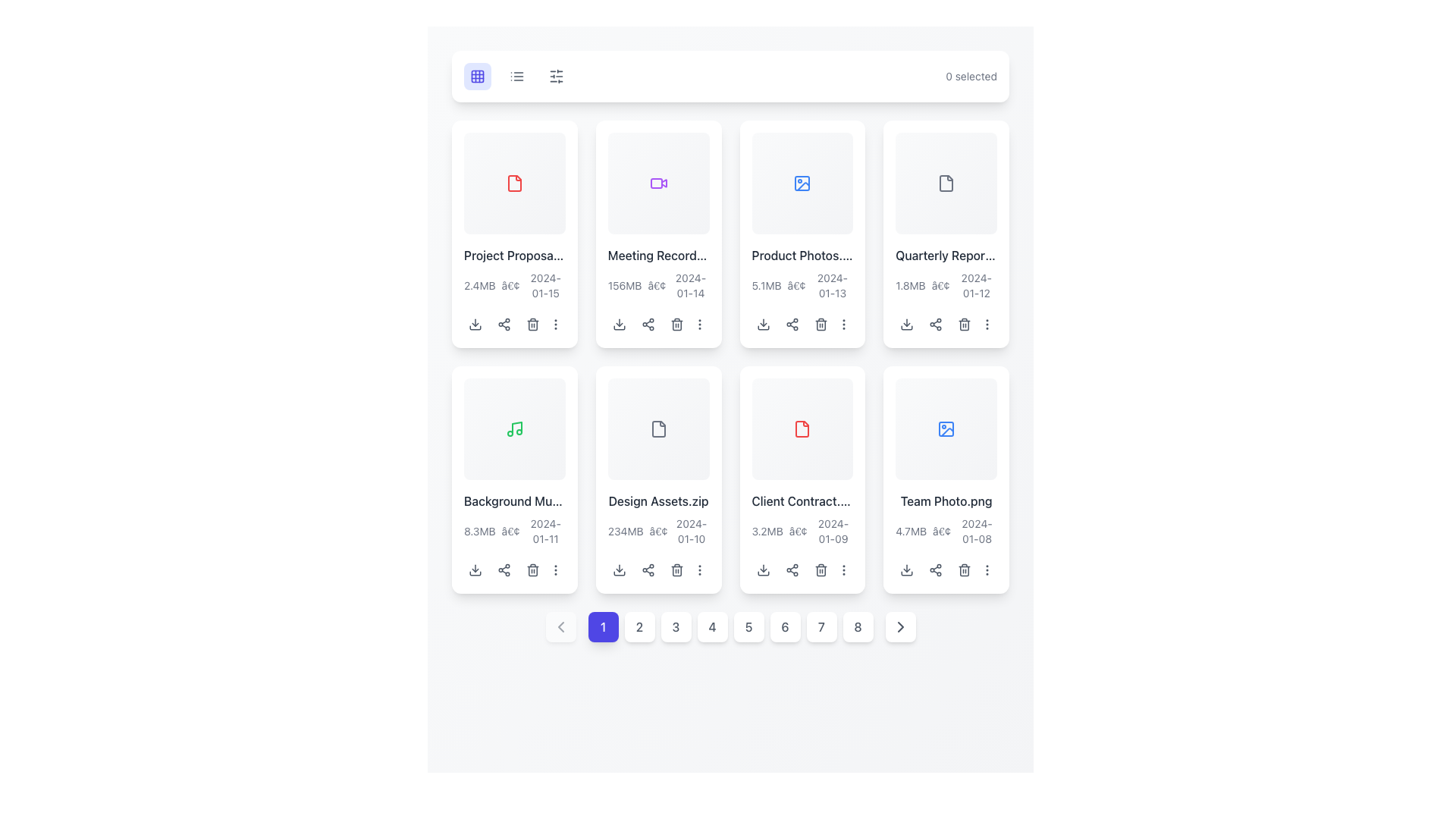  What do you see at coordinates (935, 570) in the screenshot?
I see `the small circular button with a share icon located between the download button and the trash button in the bottom-right corner of the 'Team Photo.png' card` at bounding box center [935, 570].